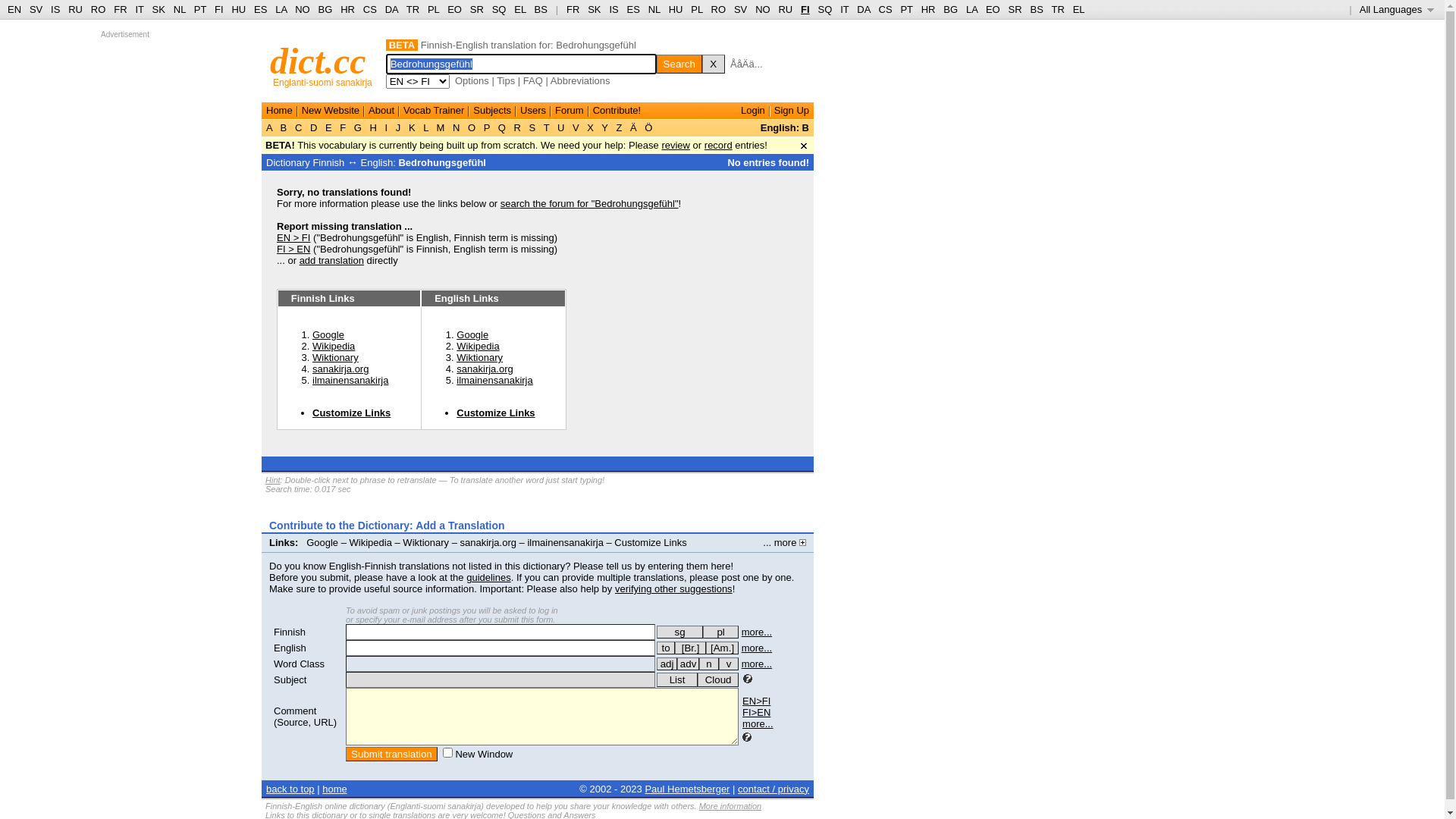 Image resolution: width=1456 pixels, height=819 pixels. What do you see at coordinates (290, 788) in the screenshot?
I see `'back to top'` at bounding box center [290, 788].